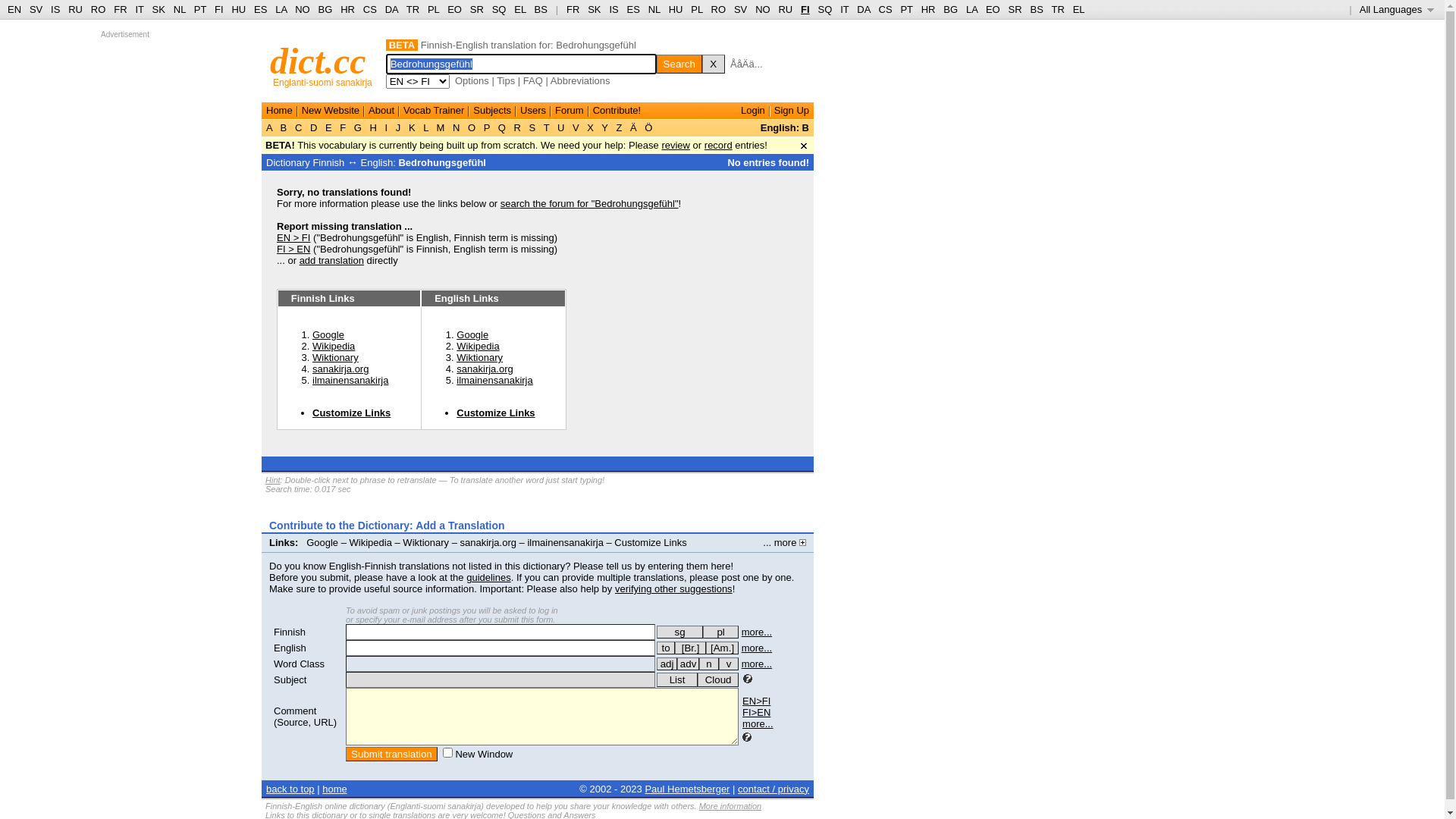 Image resolution: width=1456 pixels, height=819 pixels. What do you see at coordinates (290, 788) in the screenshot?
I see `'back to top'` at bounding box center [290, 788].